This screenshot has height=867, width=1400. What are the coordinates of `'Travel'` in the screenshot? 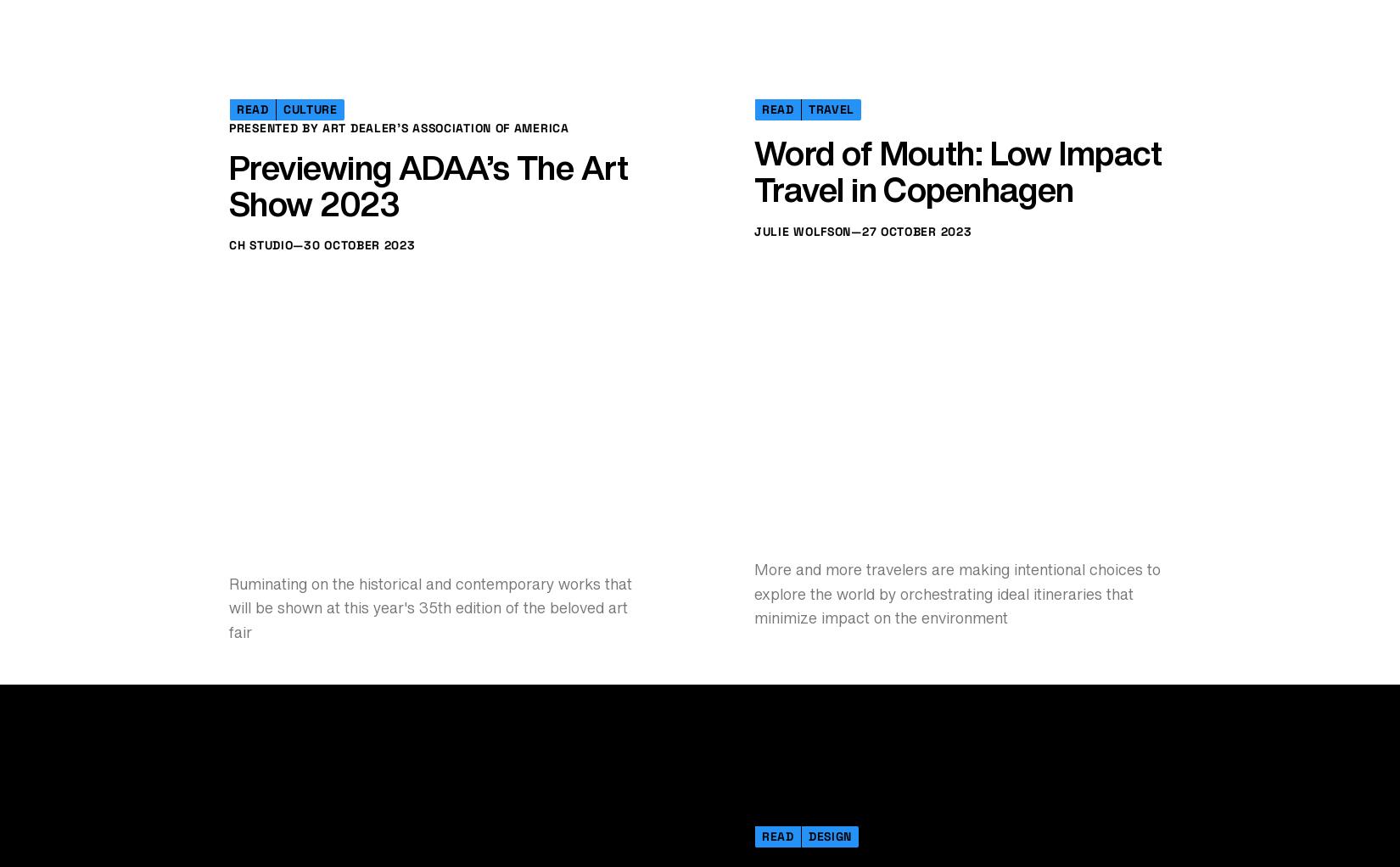 It's located at (808, 395).